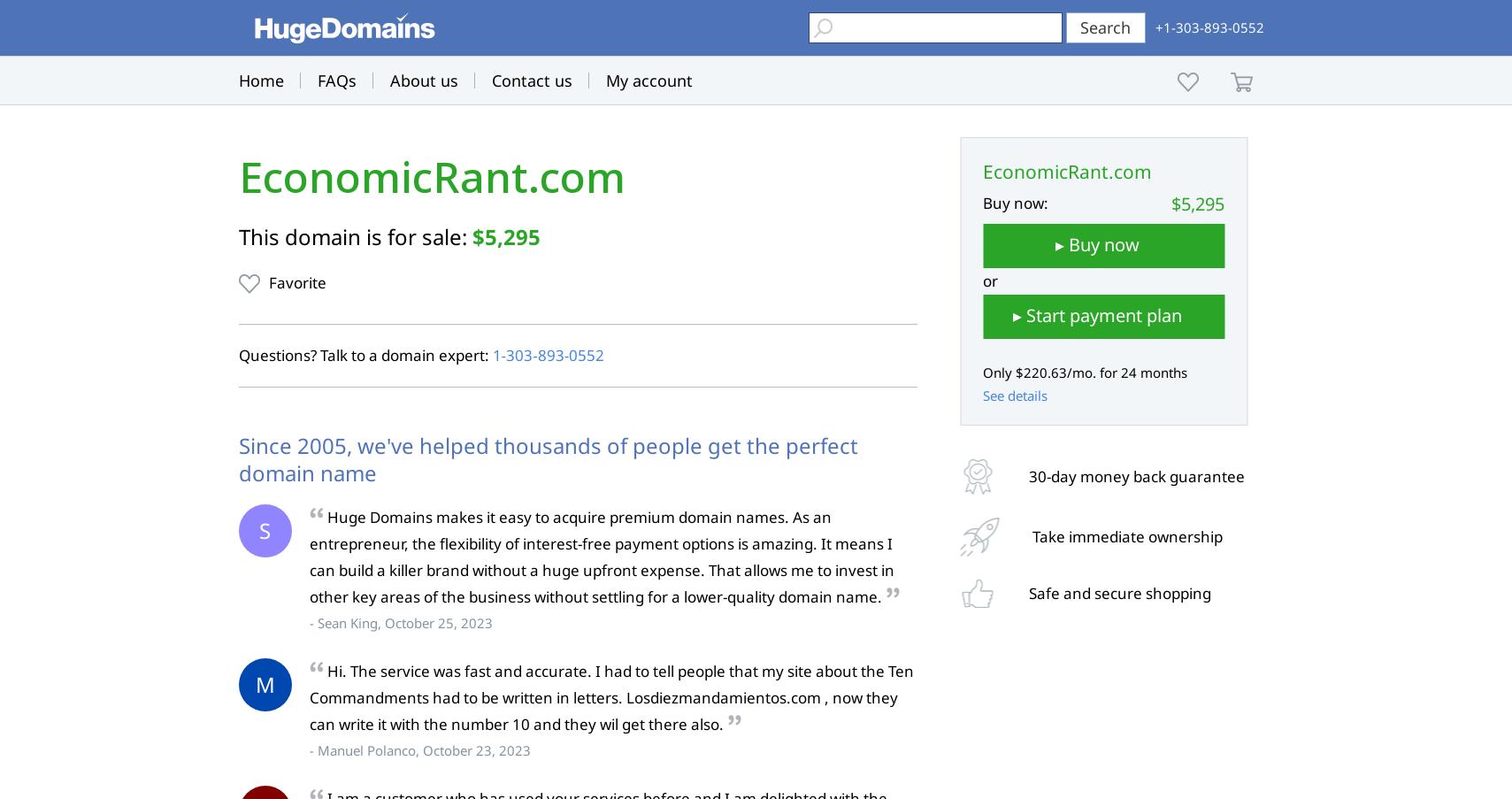 The width and height of the screenshot is (1512, 799). Describe the element at coordinates (546, 457) in the screenshot. I see `'Since 2005, we've helped thousands of people get the perfect domain name'` at that location.